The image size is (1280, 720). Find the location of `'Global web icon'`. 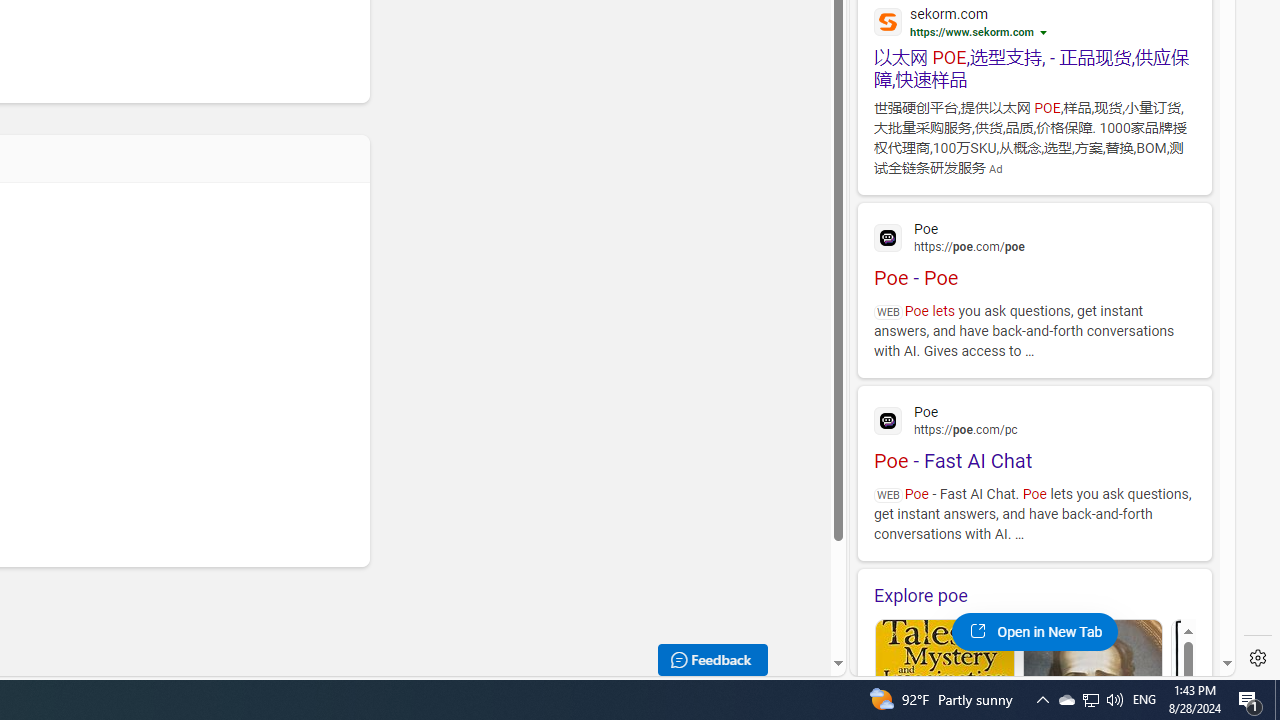

'Global web icon' is located at coordinates (887, 420).